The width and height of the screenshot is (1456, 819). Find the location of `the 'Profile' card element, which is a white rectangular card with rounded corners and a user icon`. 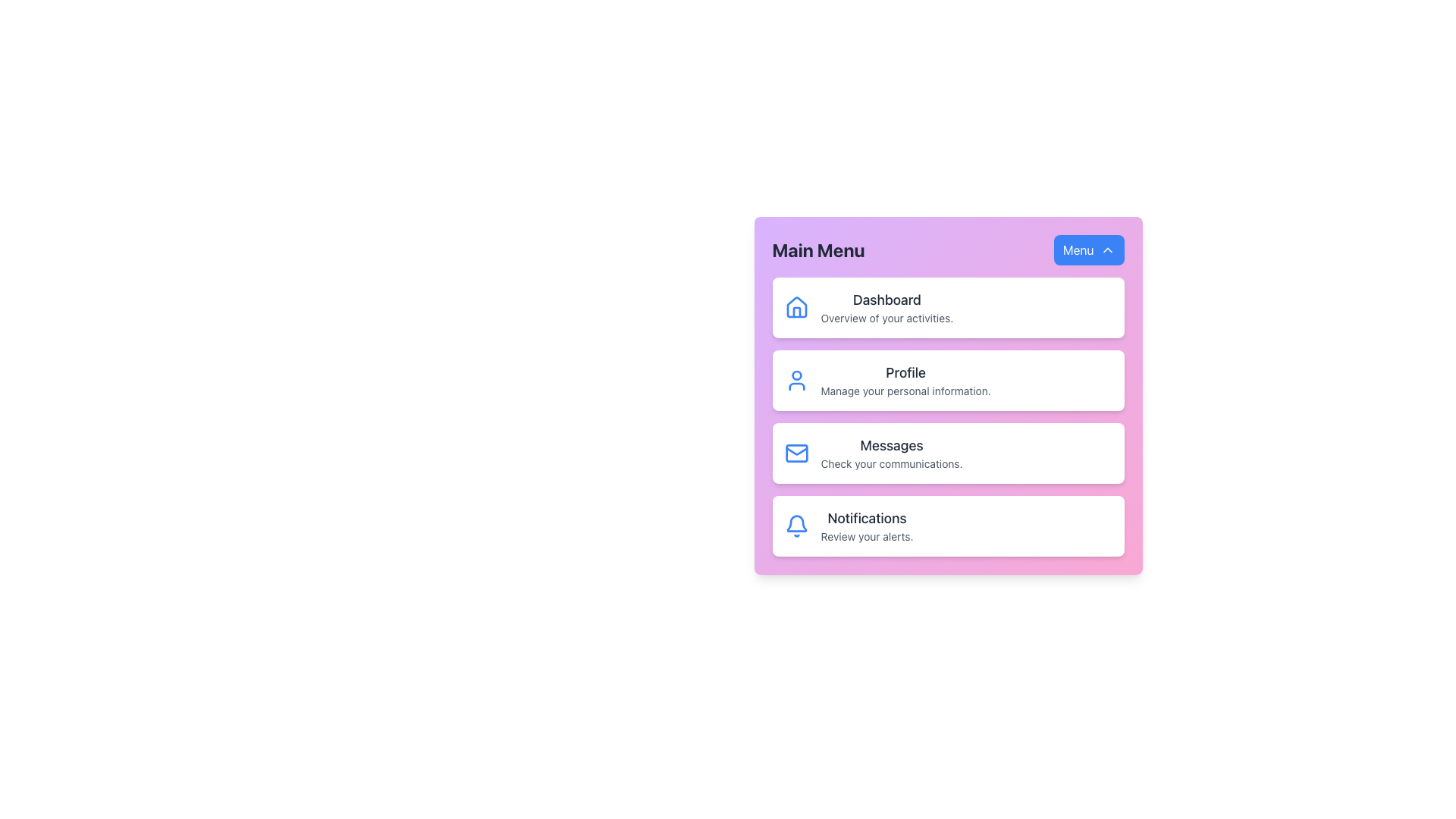

the 'Profile' card element, which is a white rectangular card with rounded corners and a user icon is located at coordinates (947, 417).